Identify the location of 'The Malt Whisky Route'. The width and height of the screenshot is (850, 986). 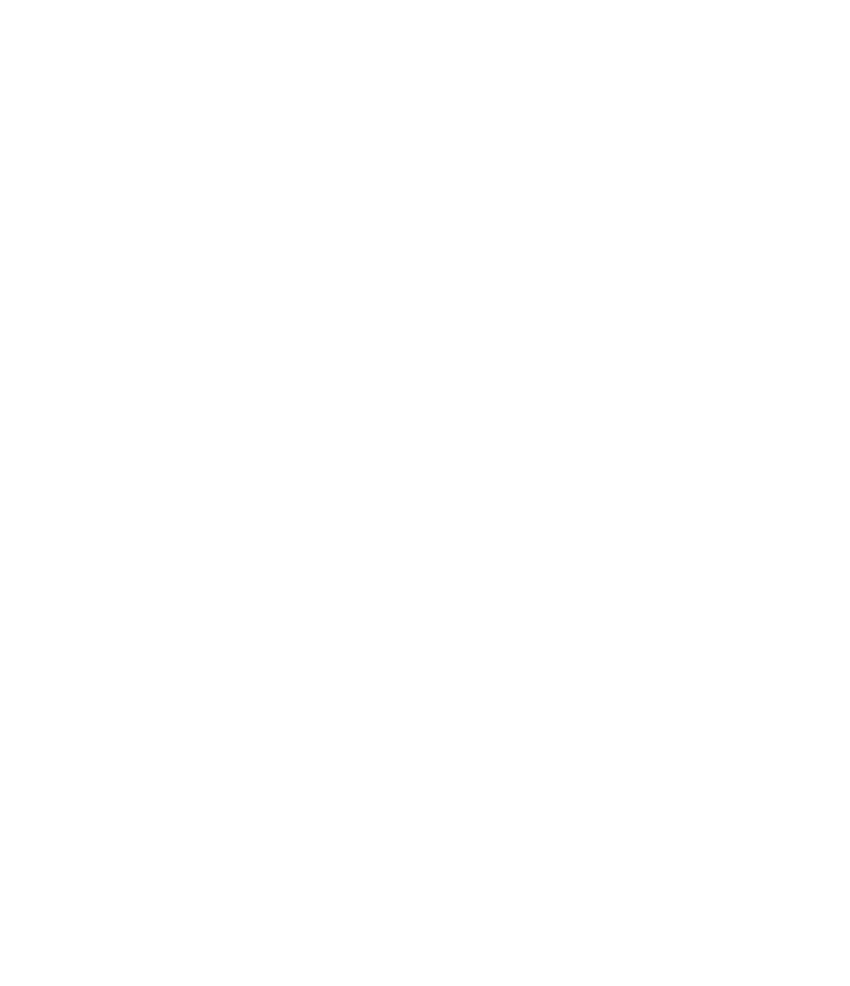
(244, 747).